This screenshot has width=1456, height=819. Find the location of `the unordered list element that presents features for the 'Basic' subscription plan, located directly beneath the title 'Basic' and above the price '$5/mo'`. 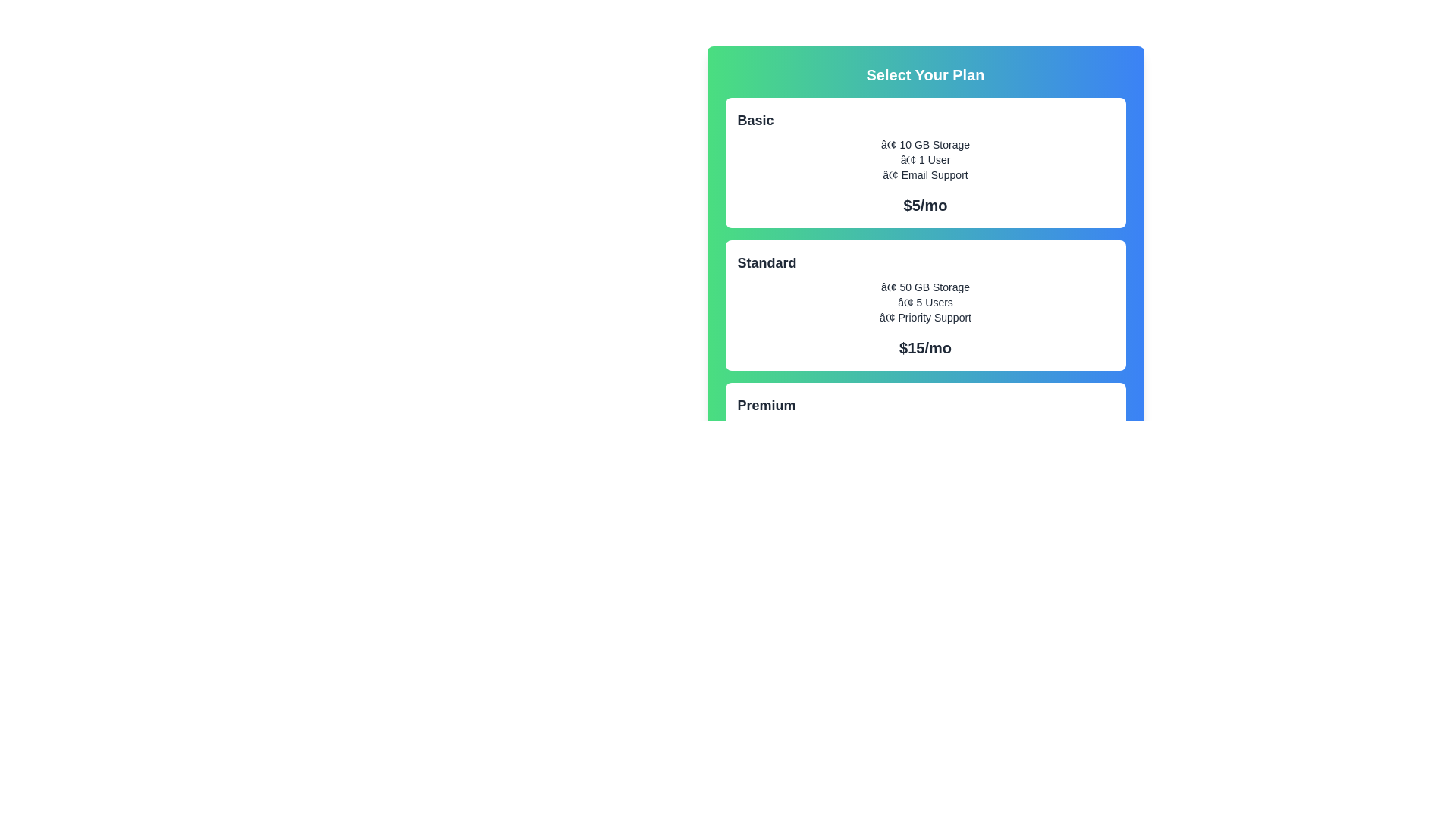

the unordered list element that presents features for the 'Basic' subscription plan, located directly beneath the title 'Basic' and above the price '$5/mo' is located at coordinates (924, 160).